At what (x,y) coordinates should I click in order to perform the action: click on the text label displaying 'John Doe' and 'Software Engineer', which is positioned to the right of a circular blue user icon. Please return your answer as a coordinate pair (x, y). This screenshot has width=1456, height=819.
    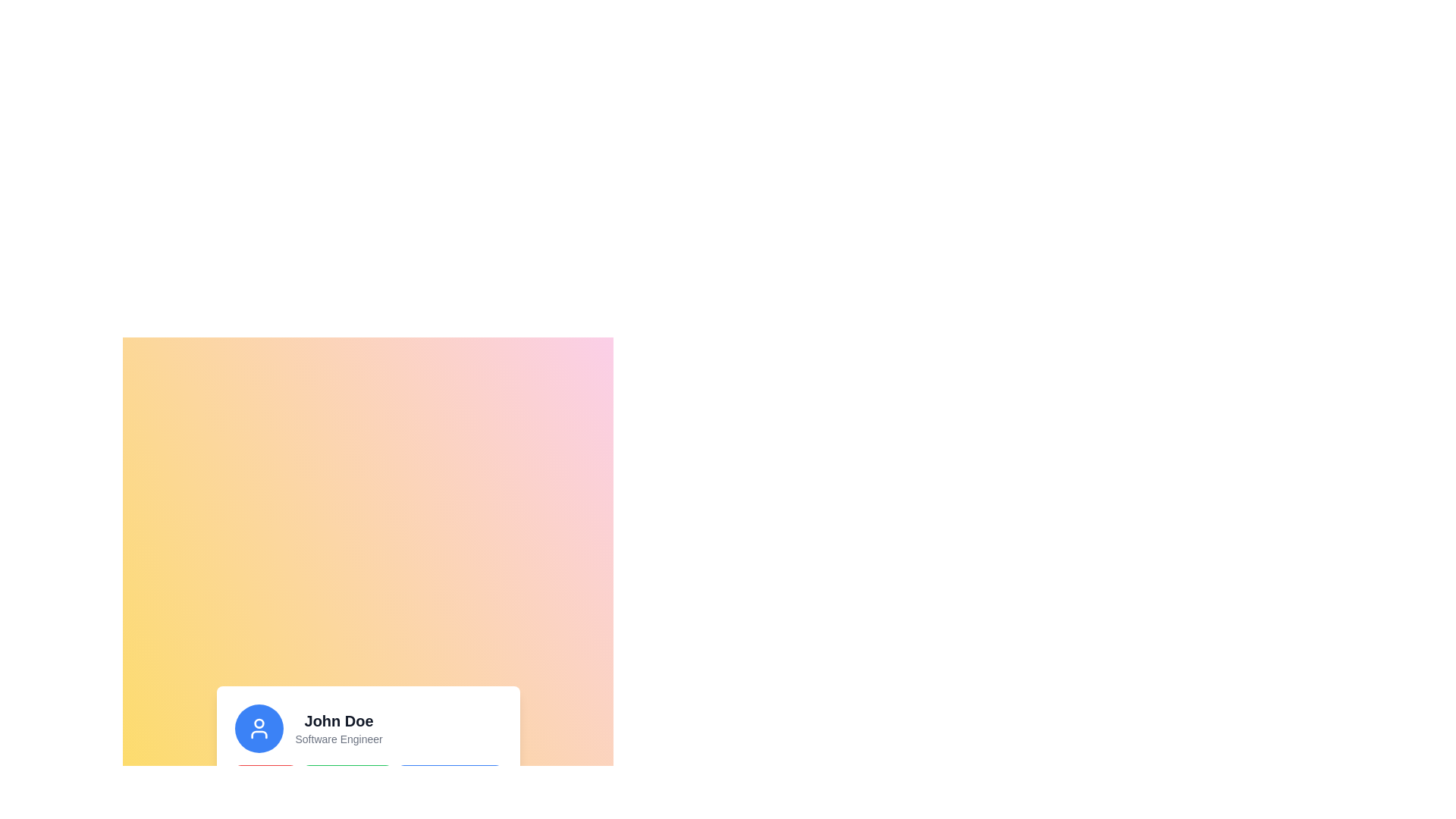
    Looking at the image, I should click on (338, 727).